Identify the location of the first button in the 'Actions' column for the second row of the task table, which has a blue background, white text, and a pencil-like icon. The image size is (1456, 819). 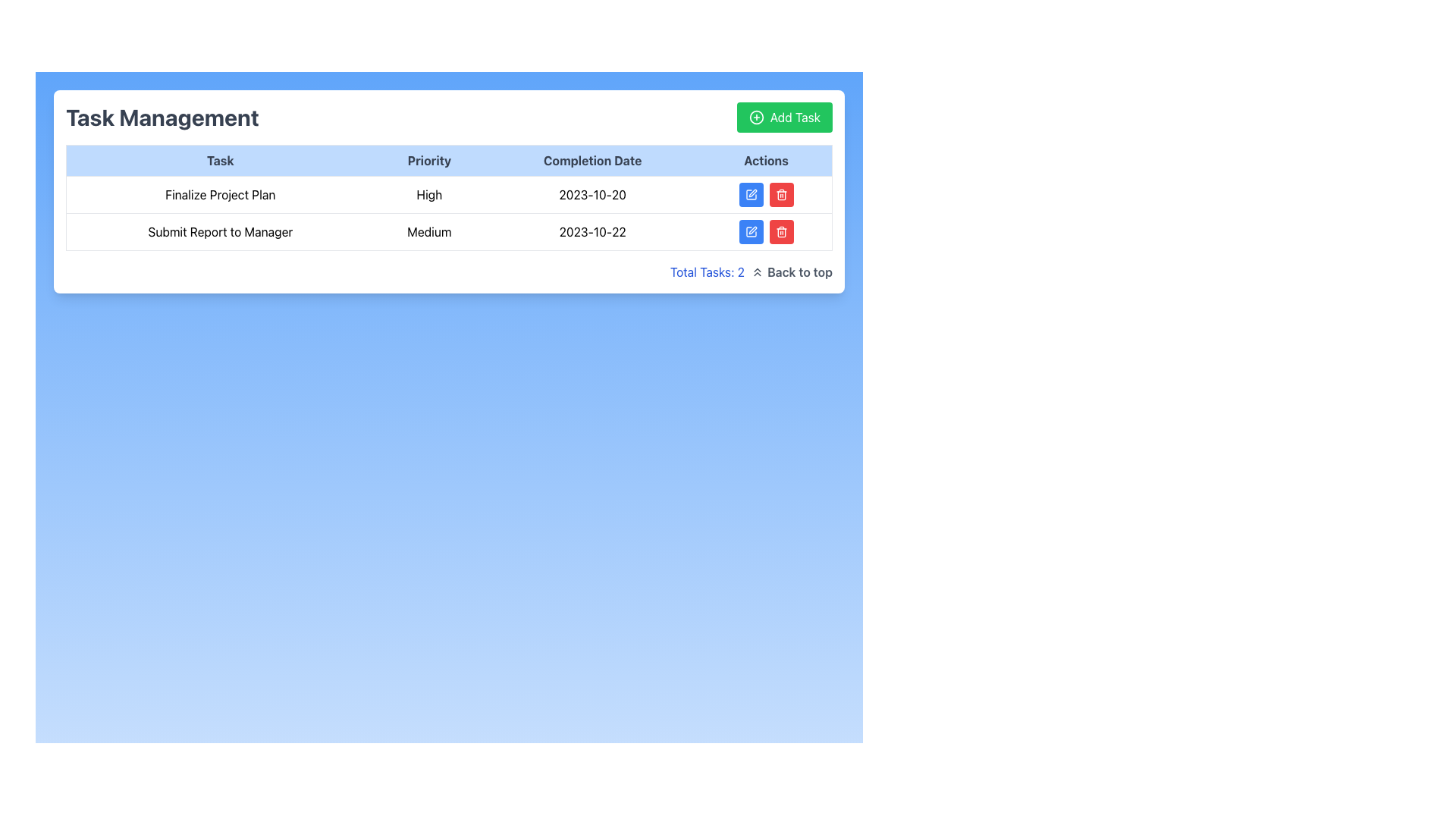
(751, 231).